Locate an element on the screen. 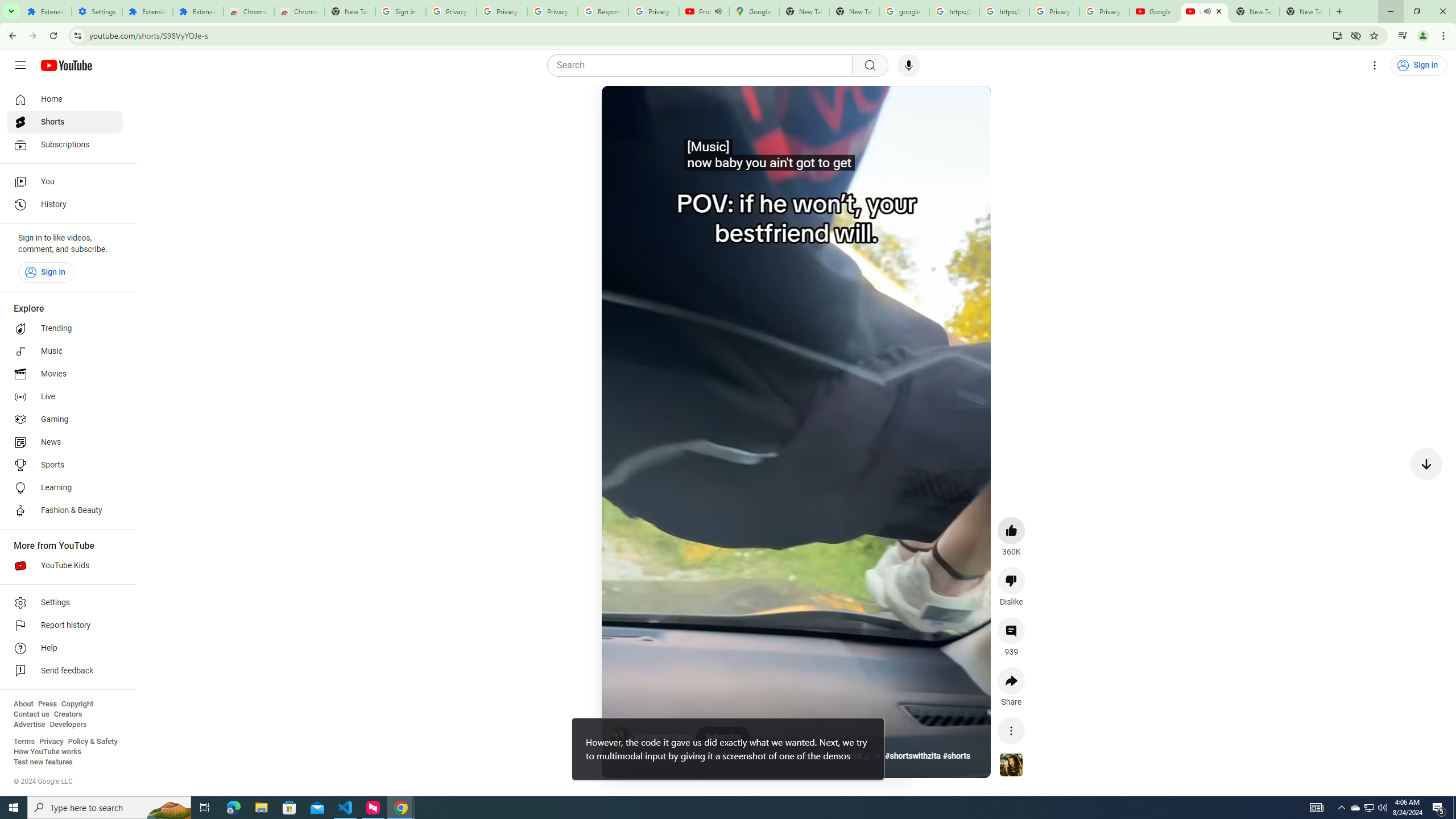 The width and height of the screenshot is (1456, 819). 'Trending' is located at coordinates (64, 329).